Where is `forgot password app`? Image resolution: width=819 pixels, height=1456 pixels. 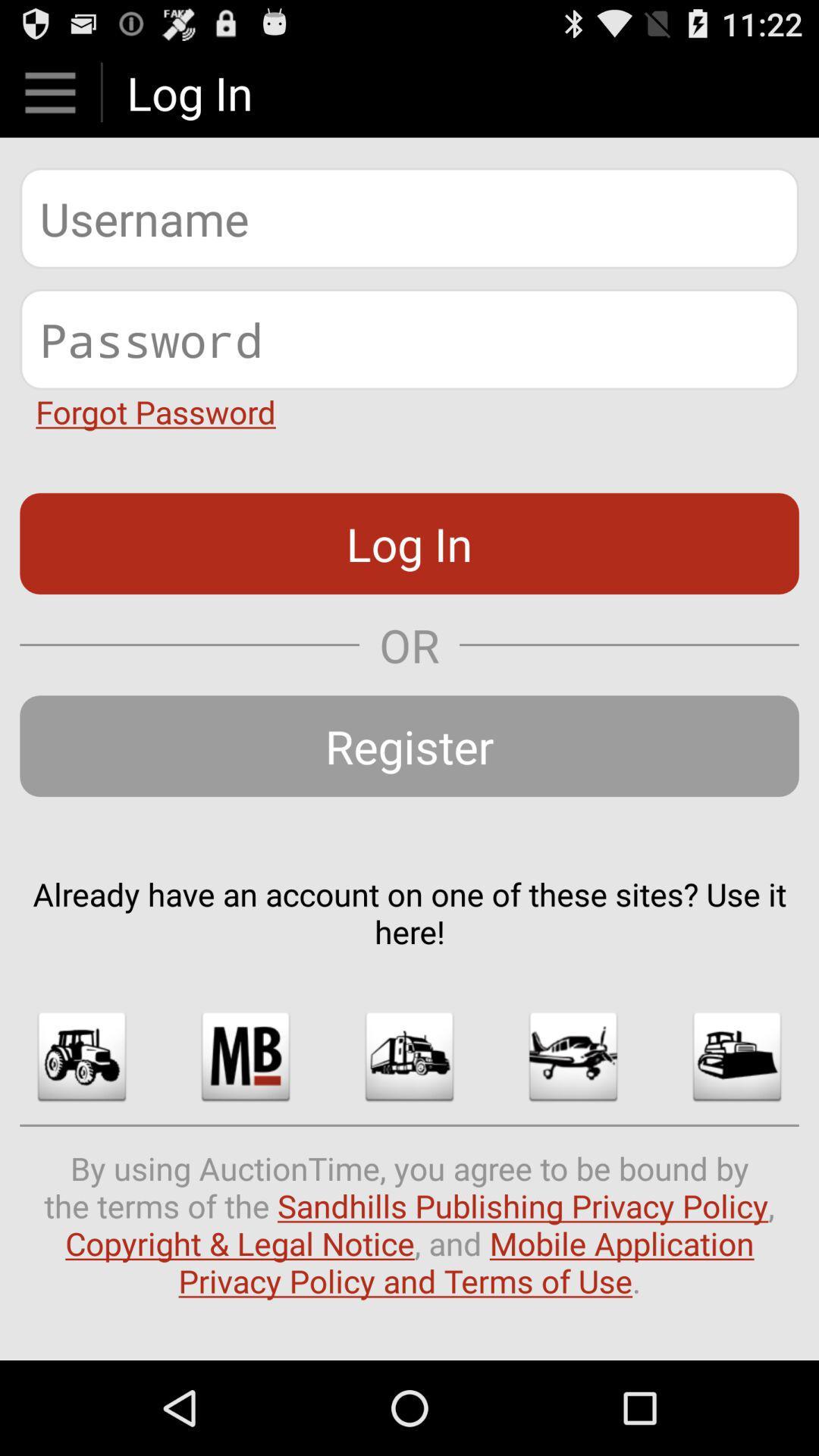 forgot password app is located at coordinates (155, 411).